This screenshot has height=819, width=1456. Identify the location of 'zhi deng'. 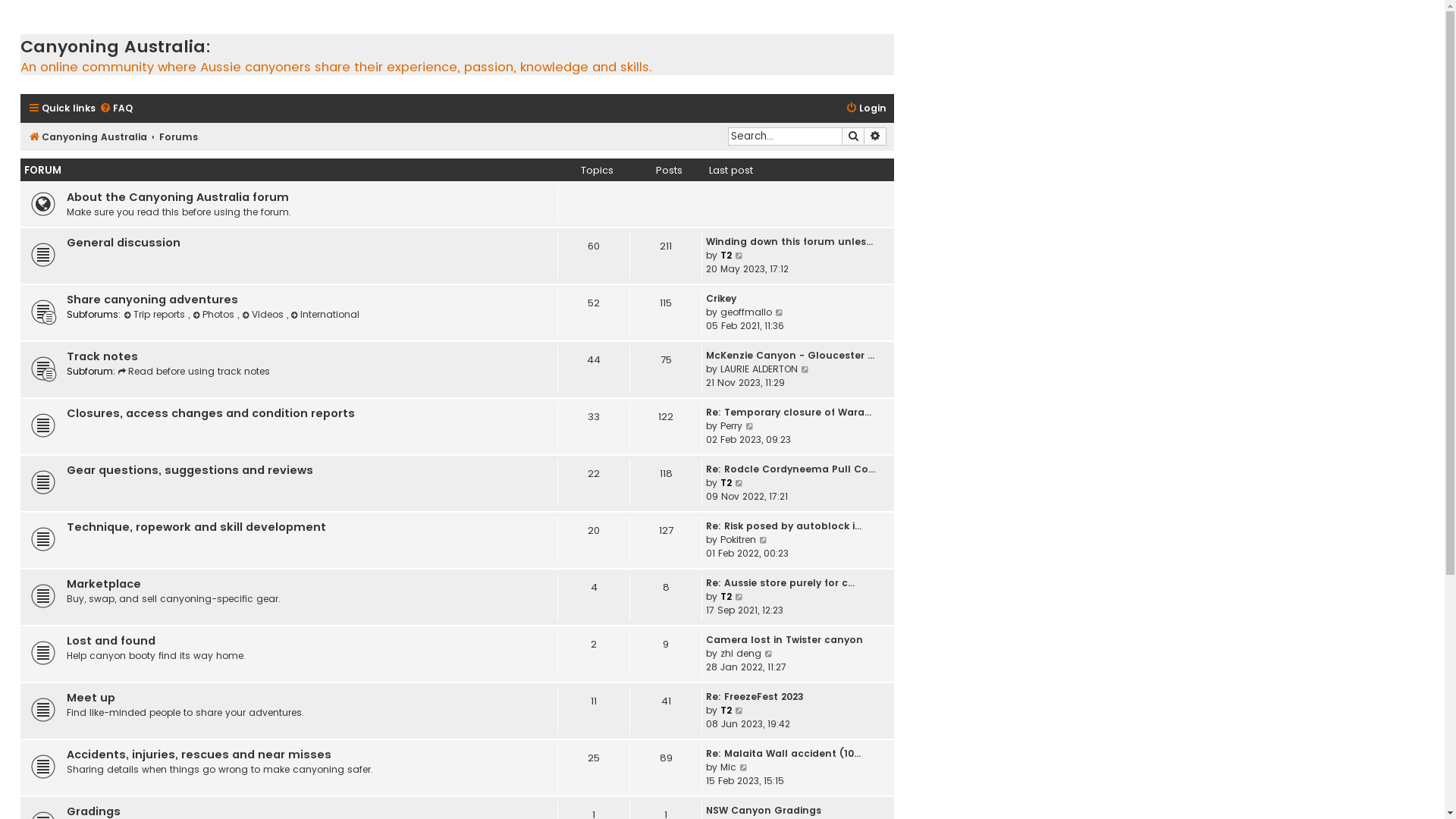
(741, 652).